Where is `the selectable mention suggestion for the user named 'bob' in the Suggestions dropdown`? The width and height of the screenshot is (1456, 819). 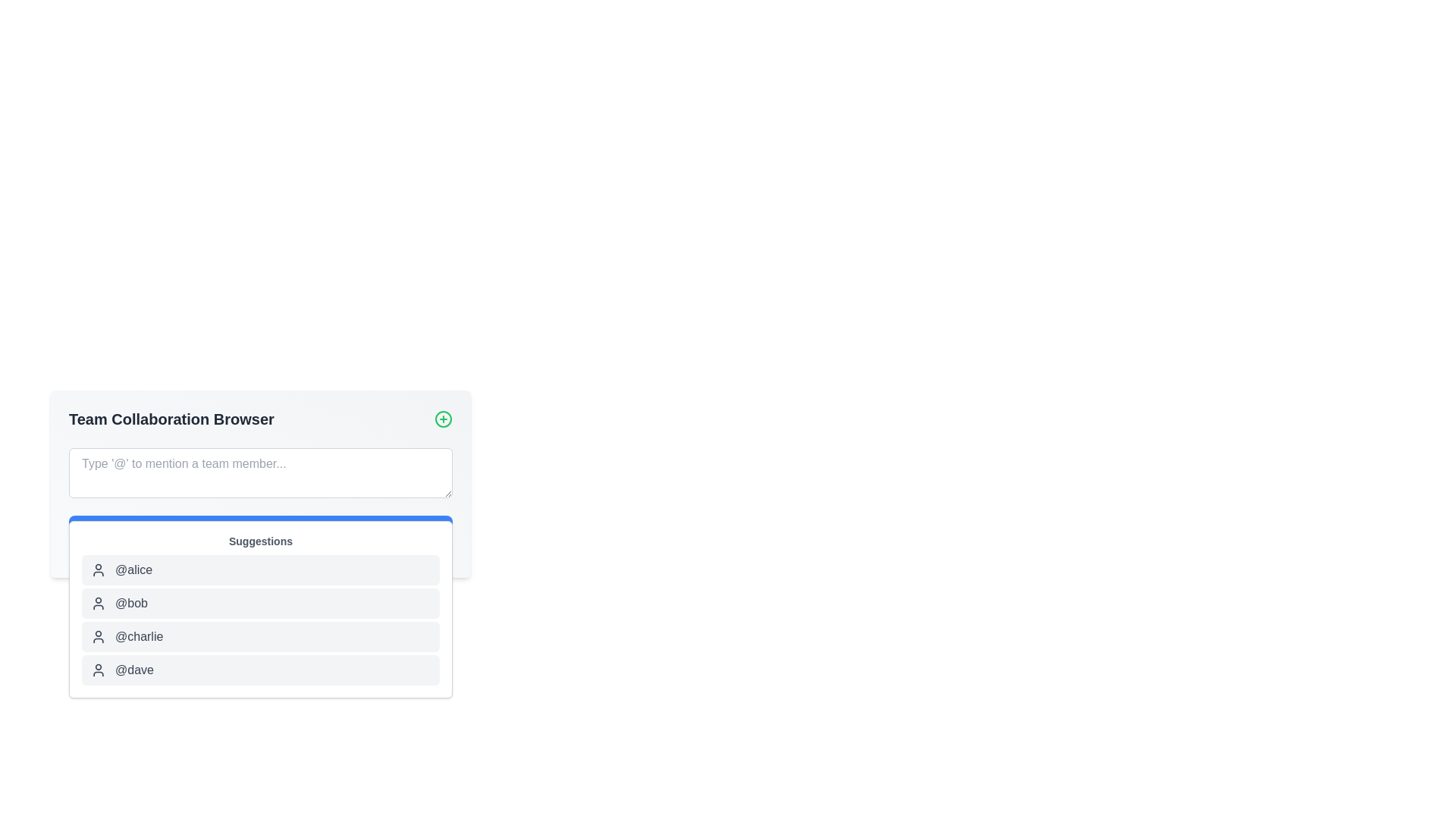 the selectable mention suggestion for the user named 'bob' in the Suggestions dropdown is located at coordinates (131, 602).